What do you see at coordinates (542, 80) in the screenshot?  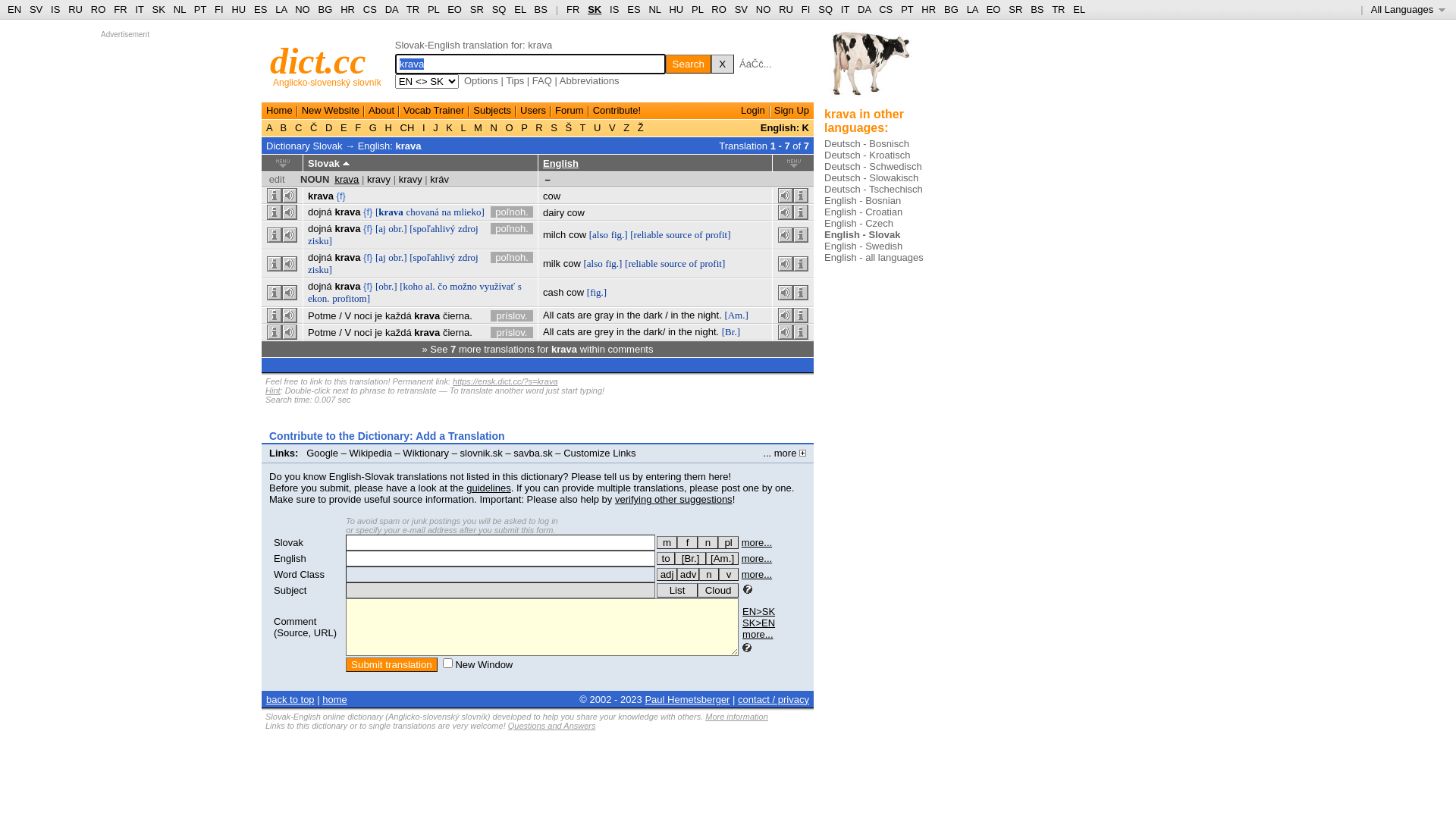 I see `'FAQ'` at bounding box center [542, 80].